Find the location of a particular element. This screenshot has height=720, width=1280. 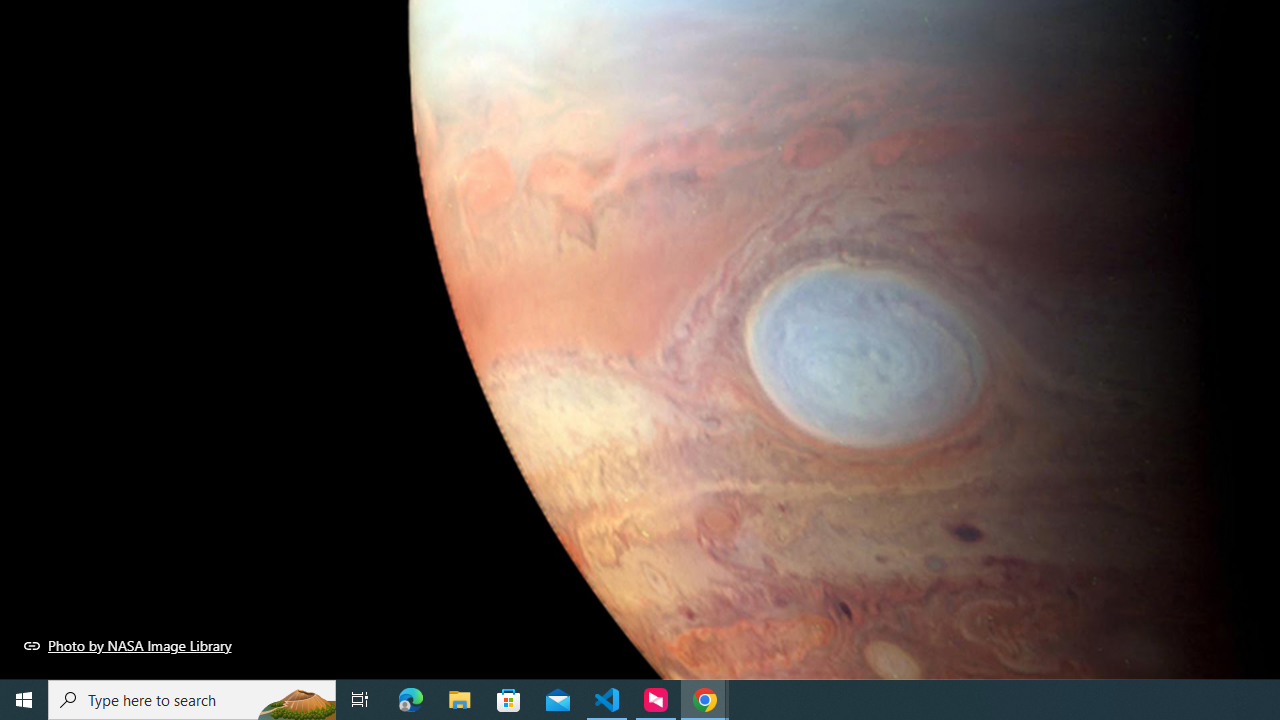

'Photo by NASA Image Library' is located at coordinates (127, 645).